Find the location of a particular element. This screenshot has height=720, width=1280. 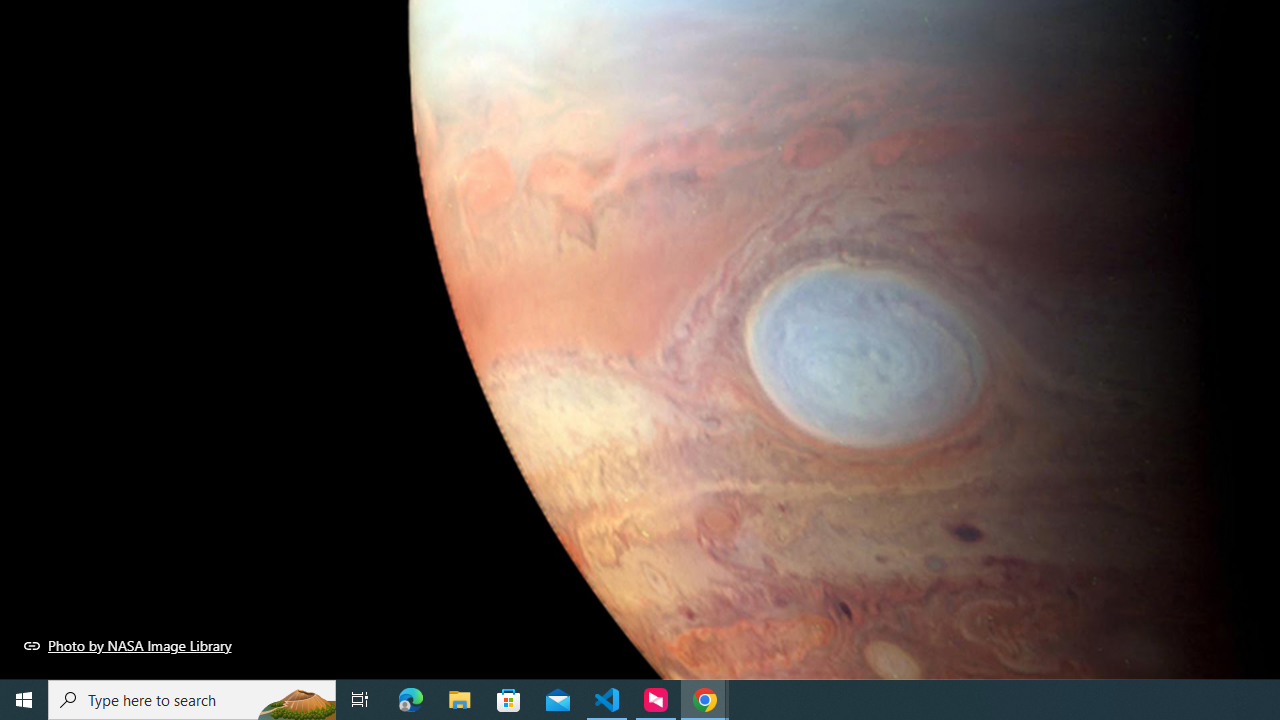

'Photo by NASA Image Library' is located at coordinates (127, 645).